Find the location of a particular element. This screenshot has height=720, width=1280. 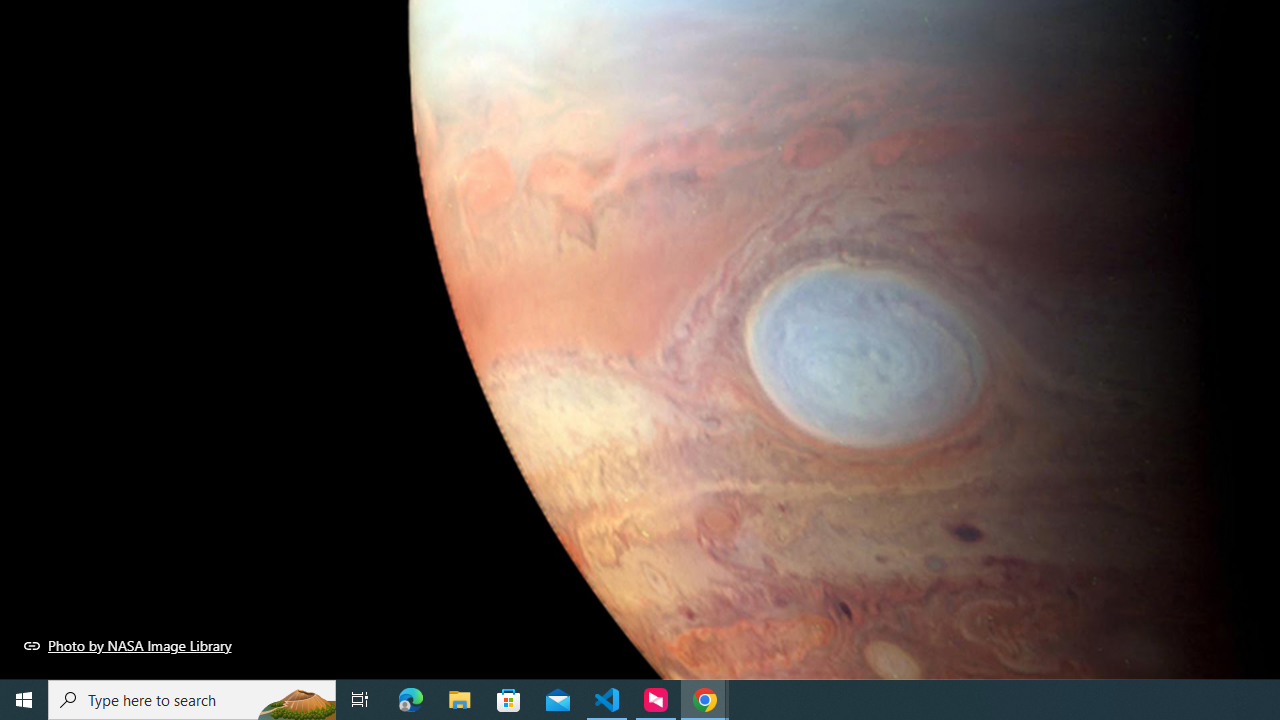

'Photo by NASA Image Library' is located at coordinates (127, 645).